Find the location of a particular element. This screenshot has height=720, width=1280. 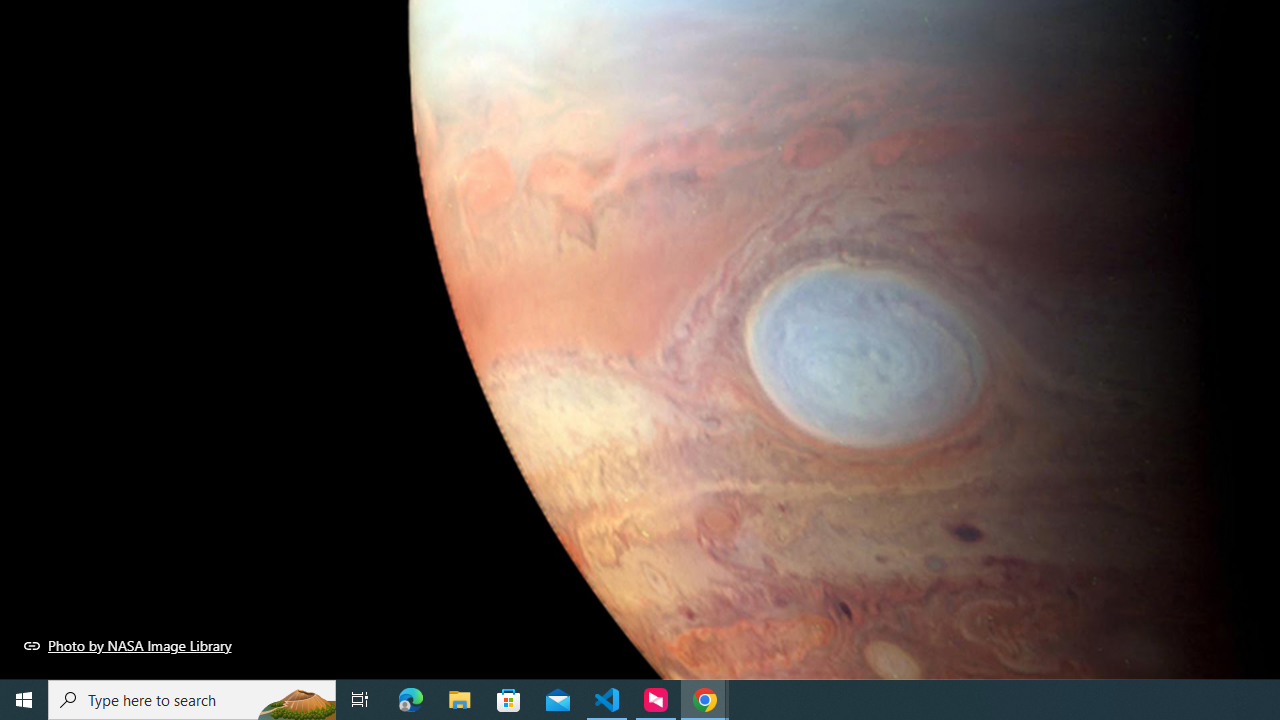

'Photo by NASA Image Library' is located at coordinates (127, 645).